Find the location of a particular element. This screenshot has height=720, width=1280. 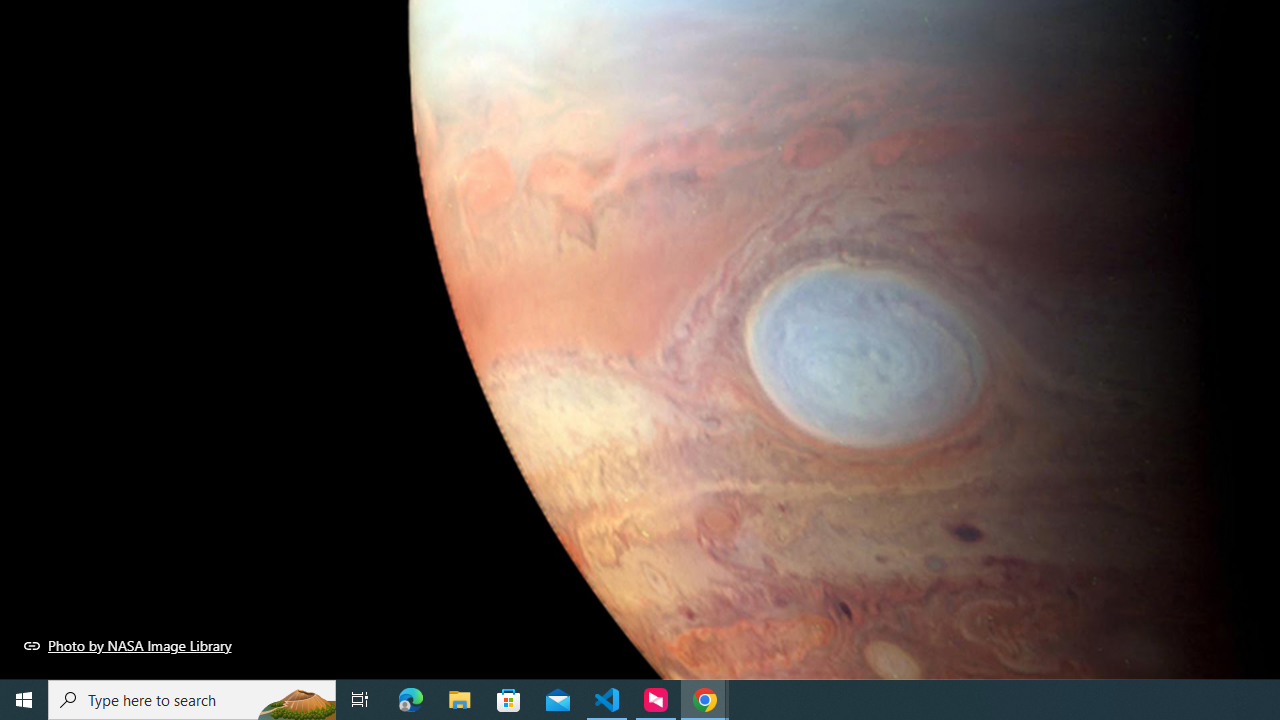

'Photo by NASA Image Library' is located at coordinates (127, 645).